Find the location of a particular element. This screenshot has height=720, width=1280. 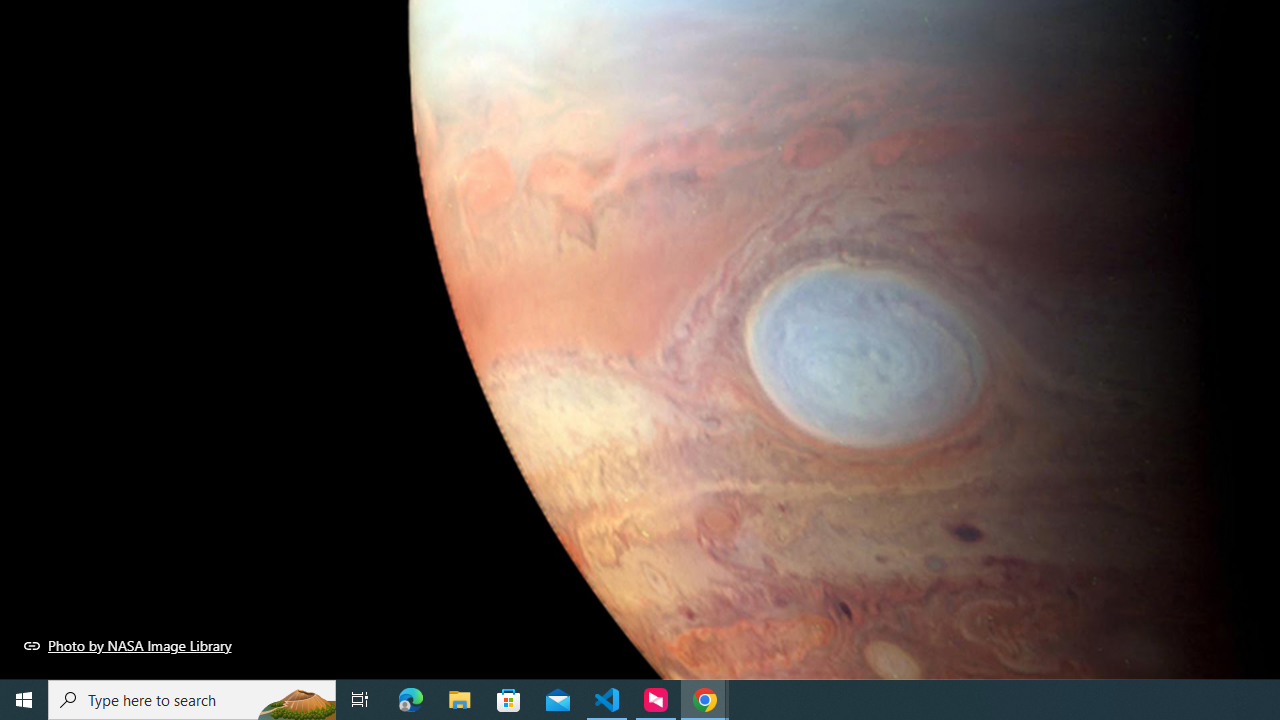

'Photo by NASA Image Library' is located at coordinates (127, 645).